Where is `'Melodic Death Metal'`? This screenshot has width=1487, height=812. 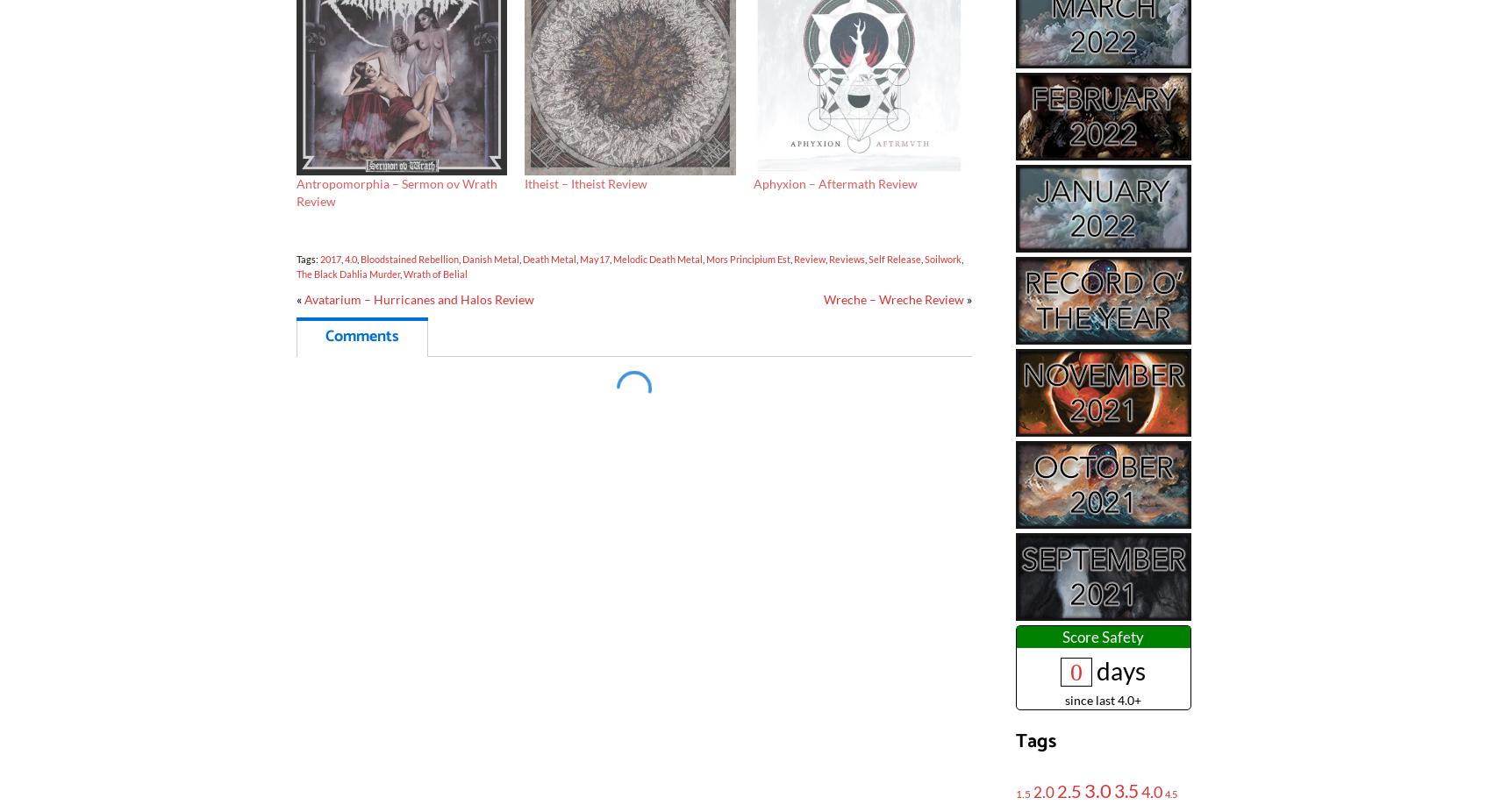 'Melodic Death Metal' is located at coordinates (612, 259).